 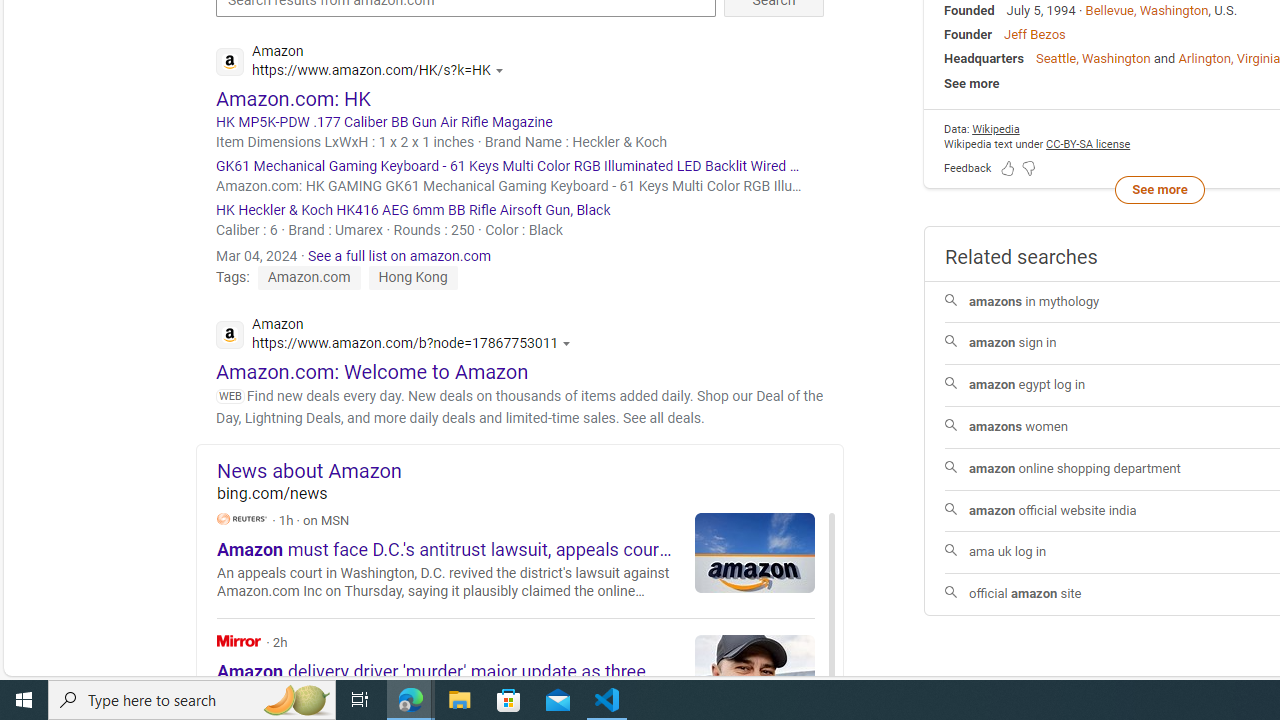 What do you see at coordinates (984, 57) in the screenshot?
I see `'Headquarters'` at bounding box center [984, 57].